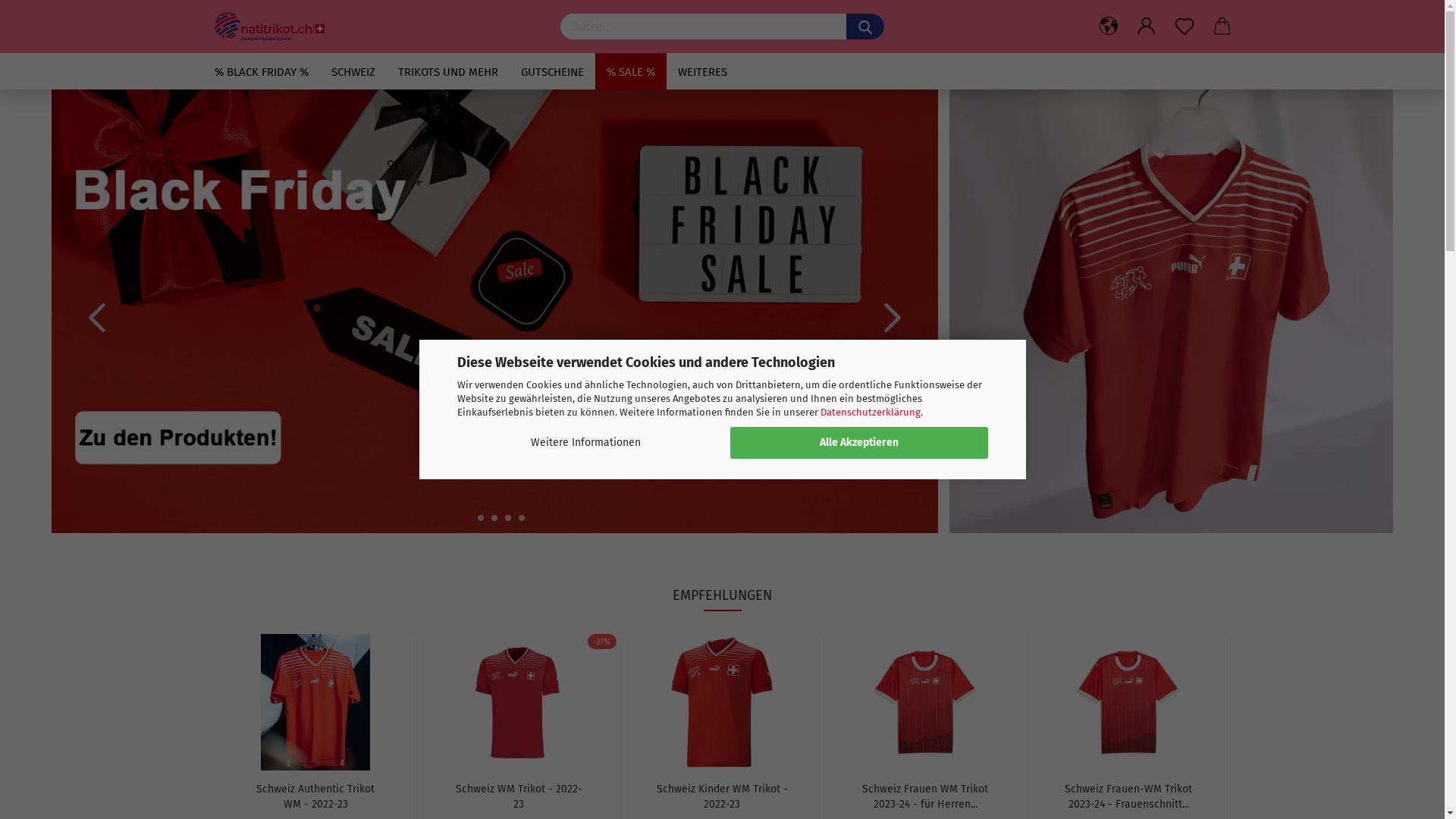 The width and height of the screenshot is (1456, 819). Describe the element at coordinates (352, 71) in the screenshot. I see `'SCHWEIZ'` at that location.